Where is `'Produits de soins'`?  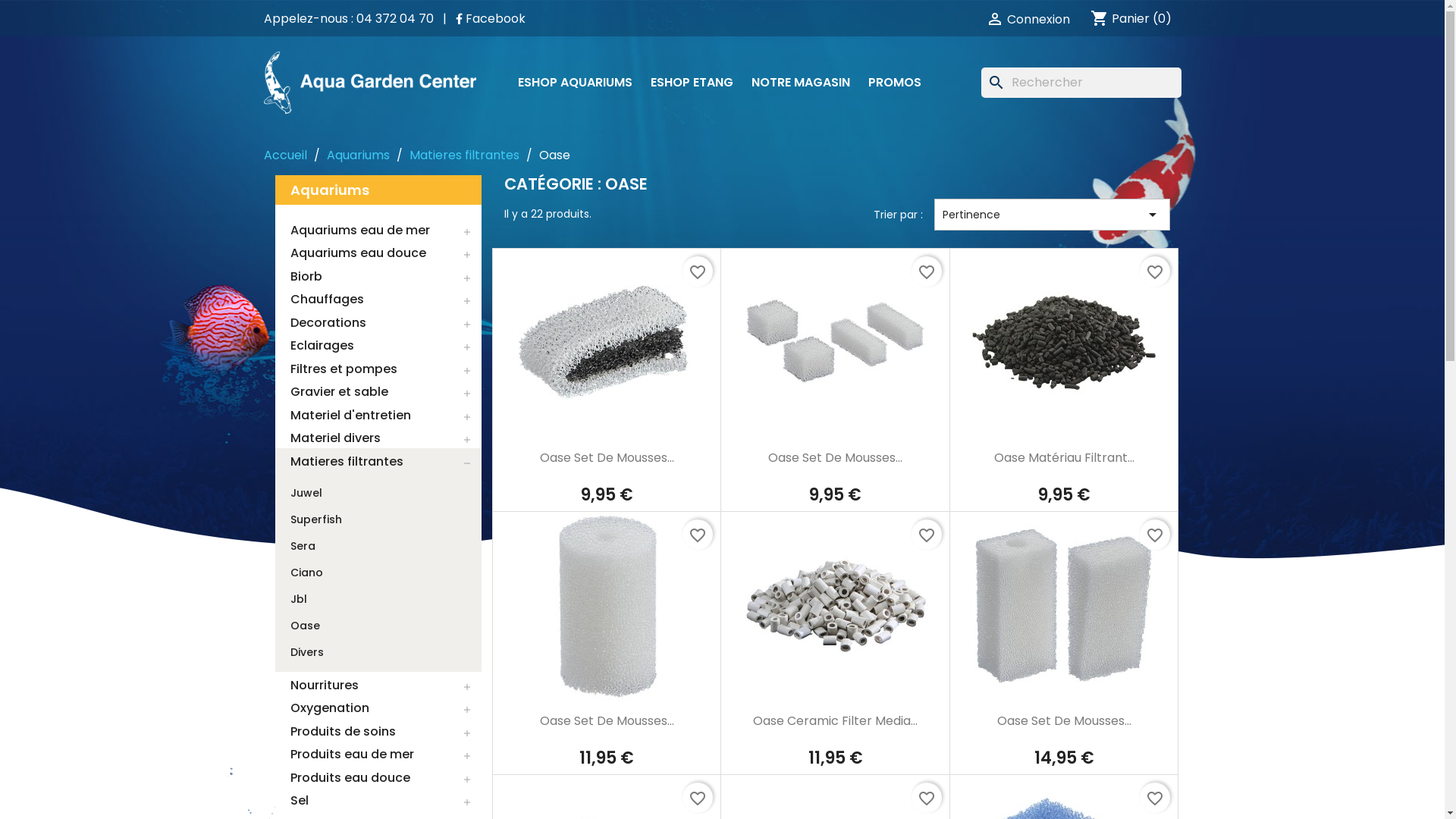
'Produits de soins' is located at coordinates (378, 730).